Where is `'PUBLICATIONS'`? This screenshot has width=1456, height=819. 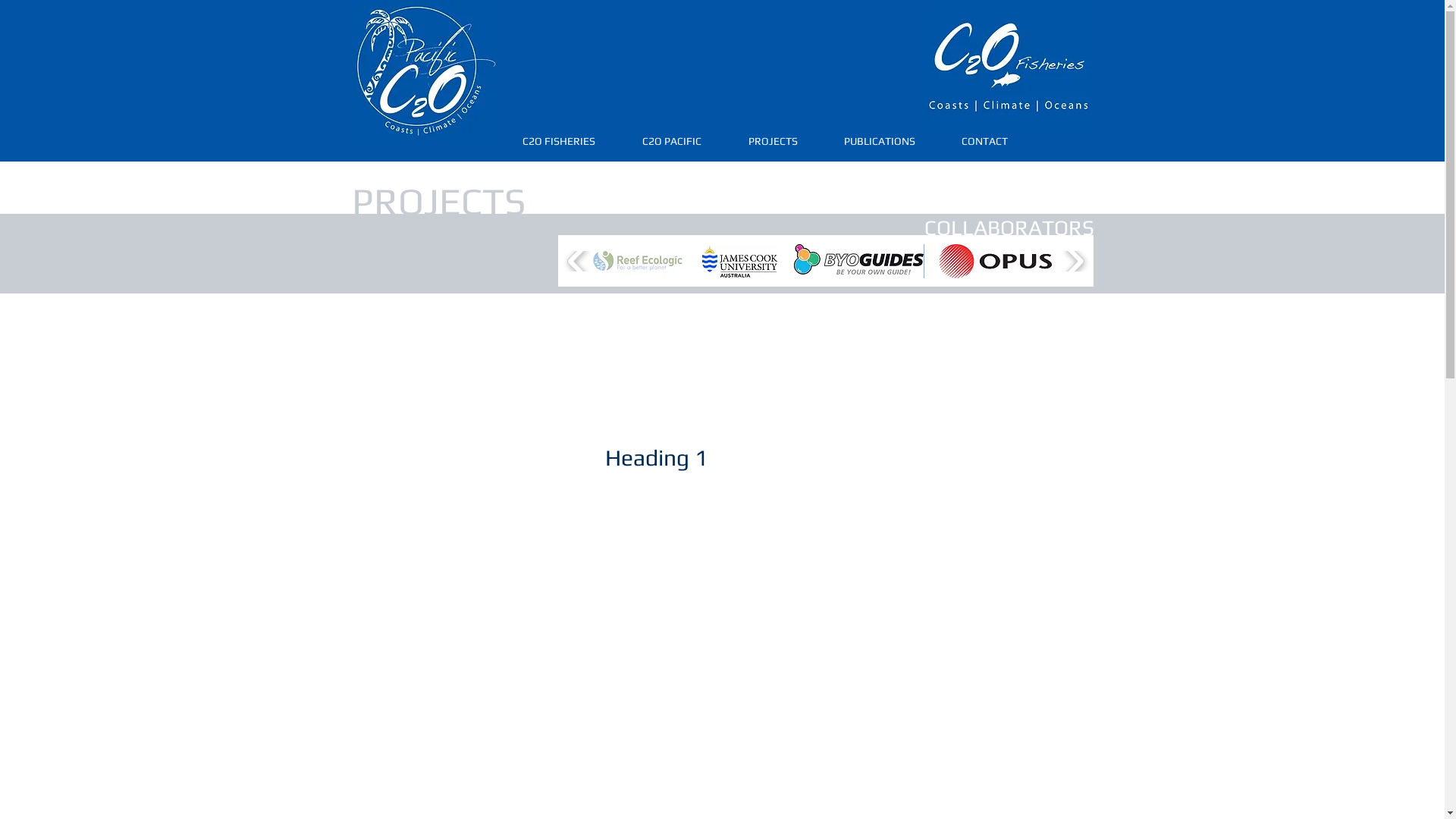
'PUBLICATIONS' is located at coordinates (879, 140).